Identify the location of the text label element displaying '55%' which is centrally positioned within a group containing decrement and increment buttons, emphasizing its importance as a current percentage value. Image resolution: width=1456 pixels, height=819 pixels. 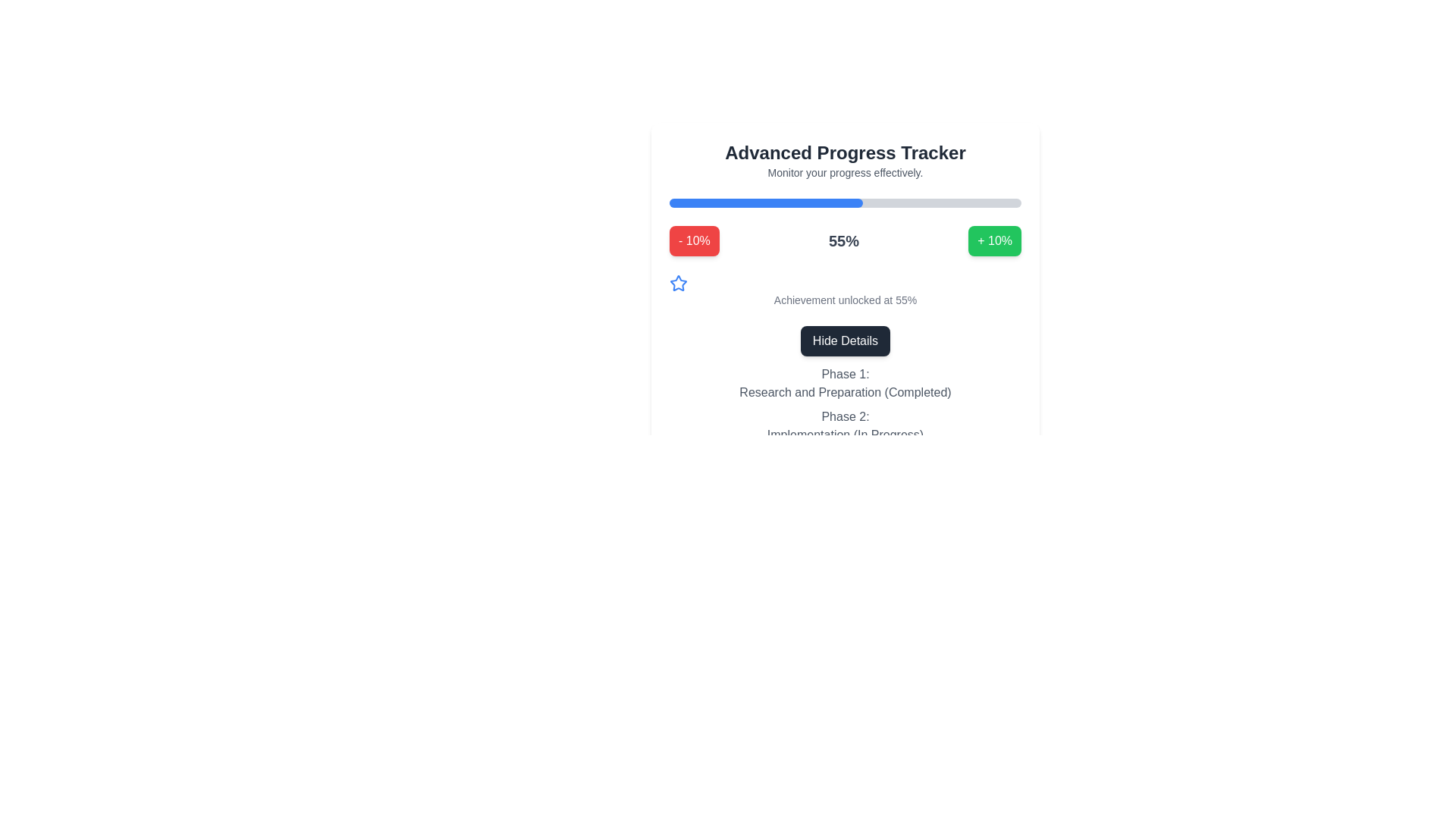
(843, 240).